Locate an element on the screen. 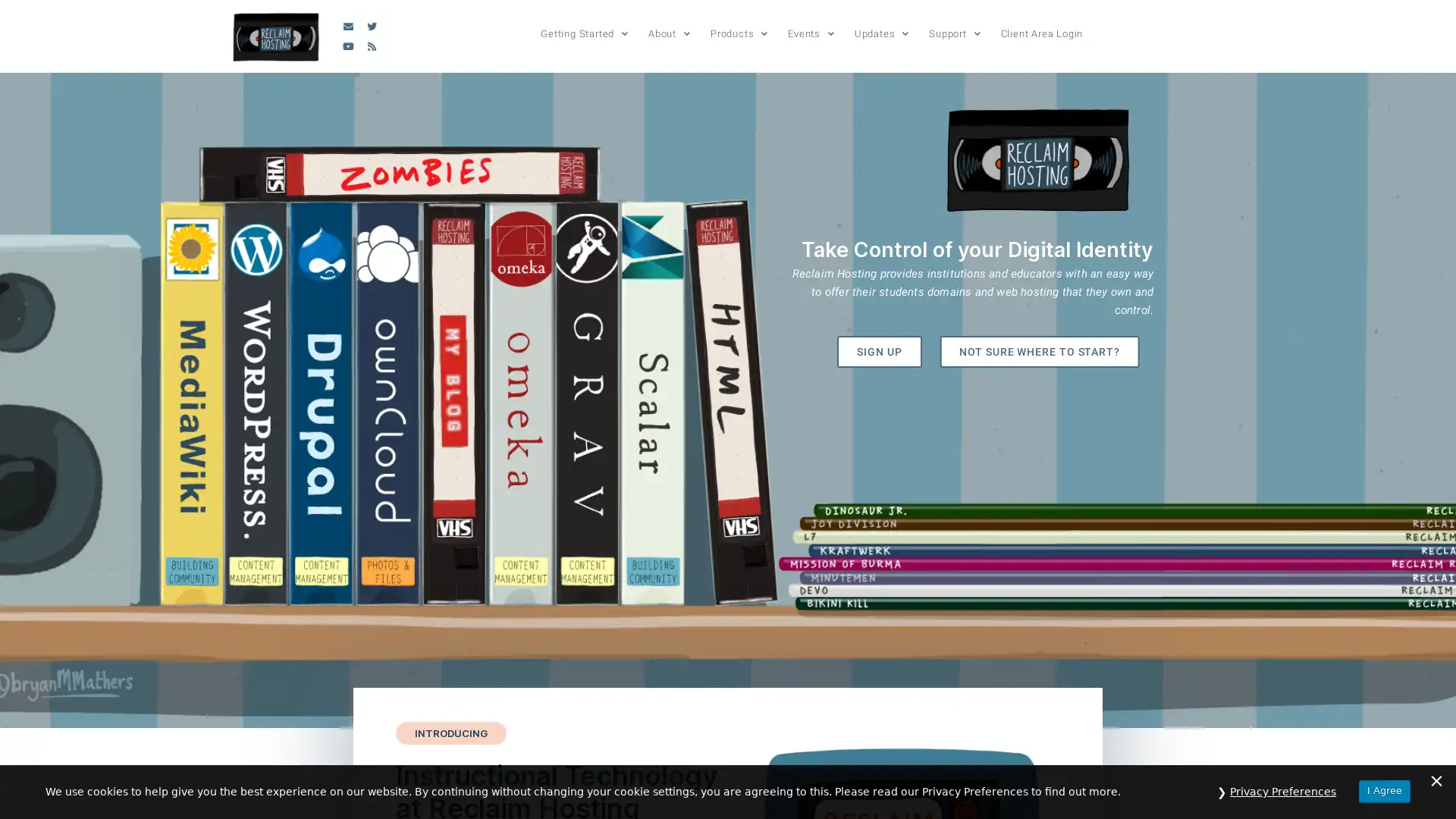  SIGN UP is located at coordinates (877, 351).